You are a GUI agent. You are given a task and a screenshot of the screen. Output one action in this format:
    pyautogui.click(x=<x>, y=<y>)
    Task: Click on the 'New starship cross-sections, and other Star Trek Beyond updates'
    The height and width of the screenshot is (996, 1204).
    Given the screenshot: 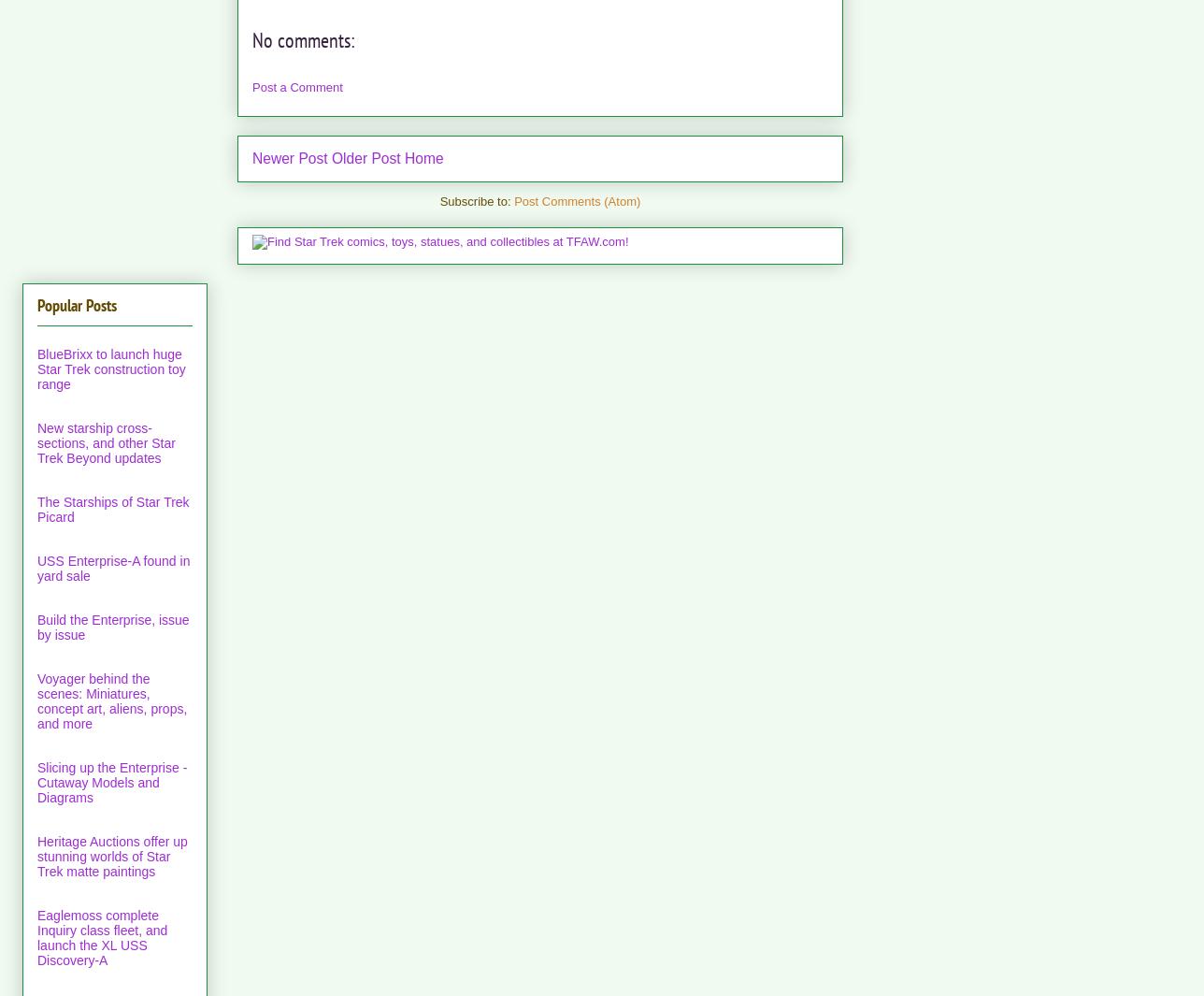 What is the action you would take?
    pyautogui.click(x=106, y=442)
    